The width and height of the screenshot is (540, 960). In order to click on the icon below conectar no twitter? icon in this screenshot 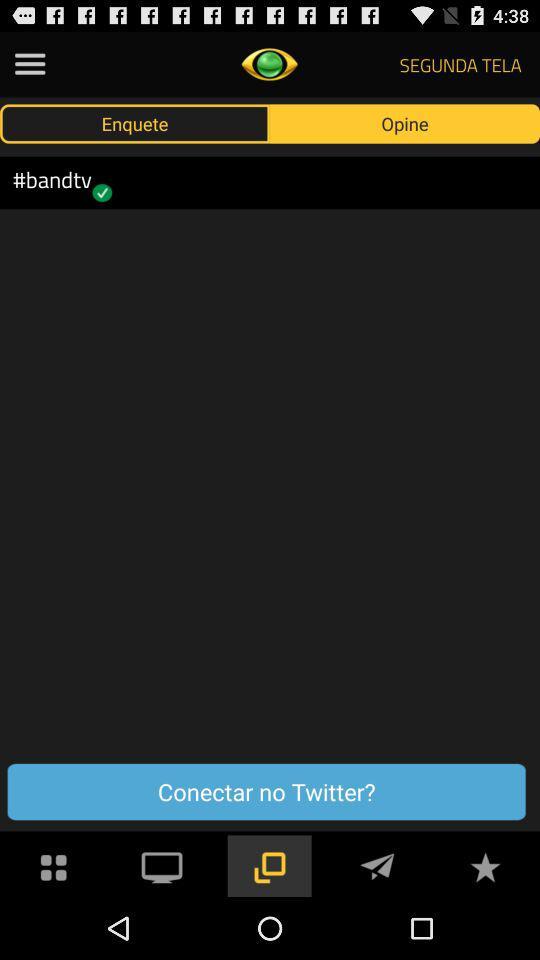, I will do `click(54, 864)`.